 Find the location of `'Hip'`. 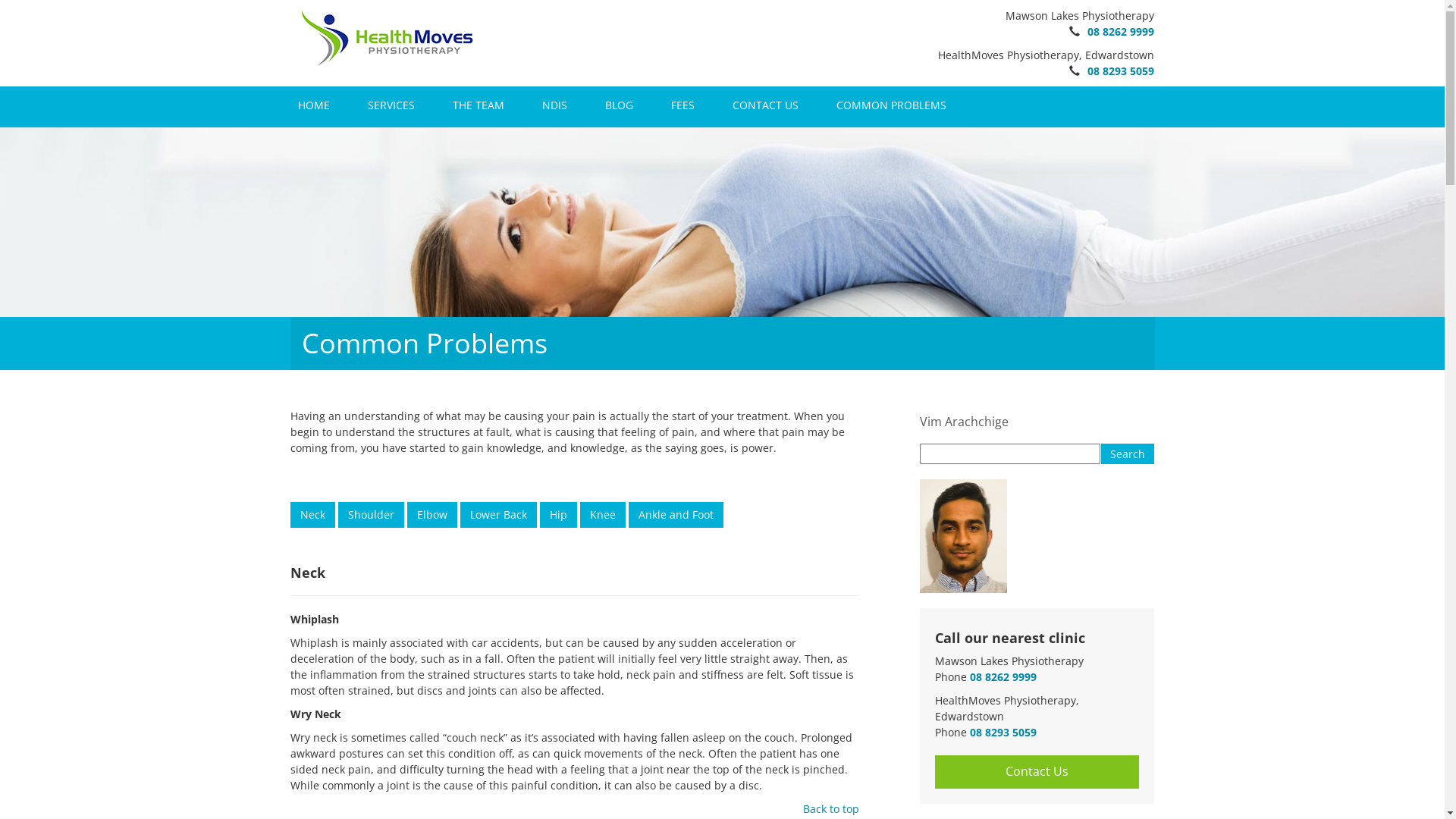

'Hip' is located at coordinates (557, 513).